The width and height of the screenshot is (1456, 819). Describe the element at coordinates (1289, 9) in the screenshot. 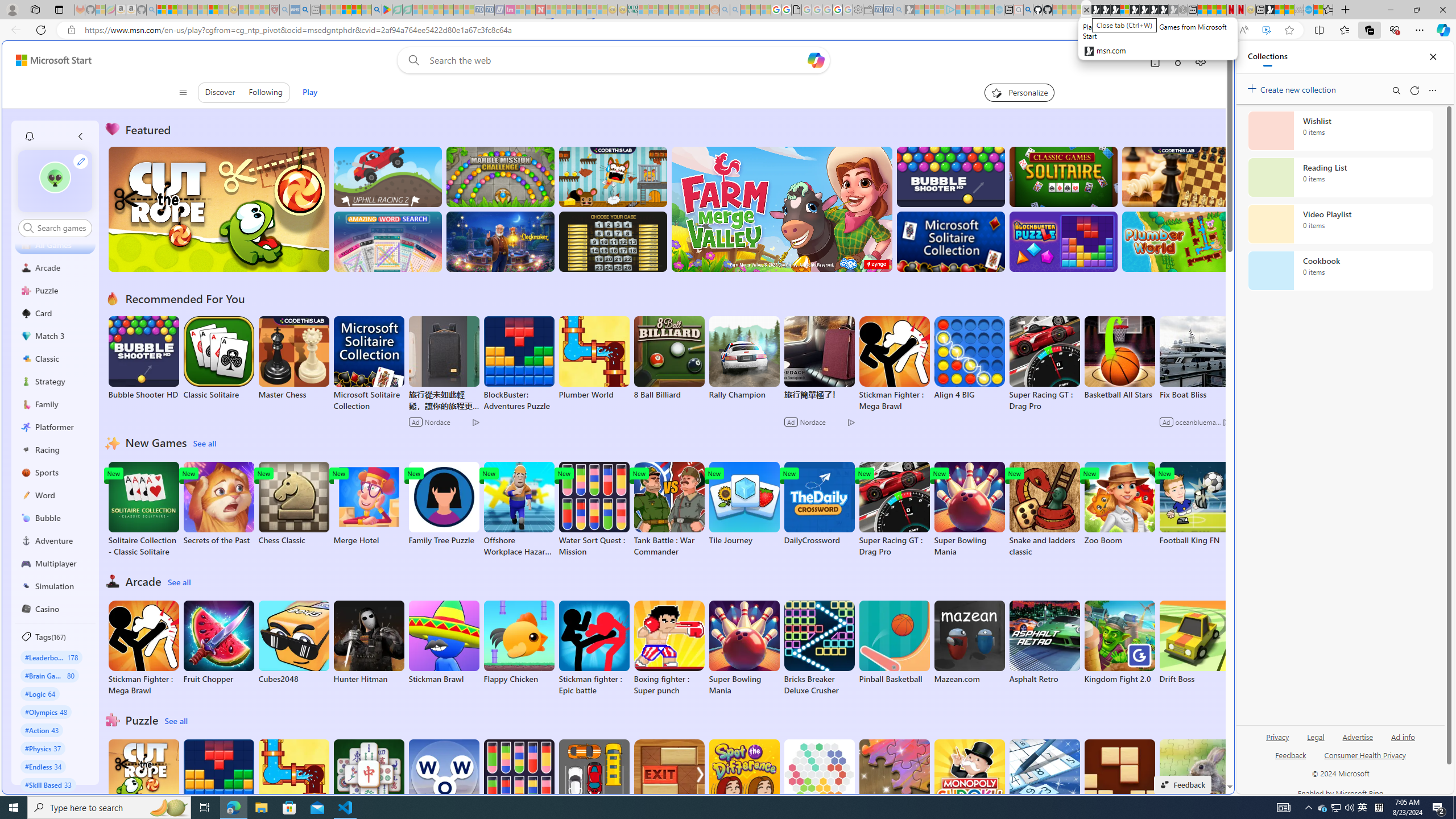

I see `'Earth has six continents not seven, radical new study claims'` at that location.